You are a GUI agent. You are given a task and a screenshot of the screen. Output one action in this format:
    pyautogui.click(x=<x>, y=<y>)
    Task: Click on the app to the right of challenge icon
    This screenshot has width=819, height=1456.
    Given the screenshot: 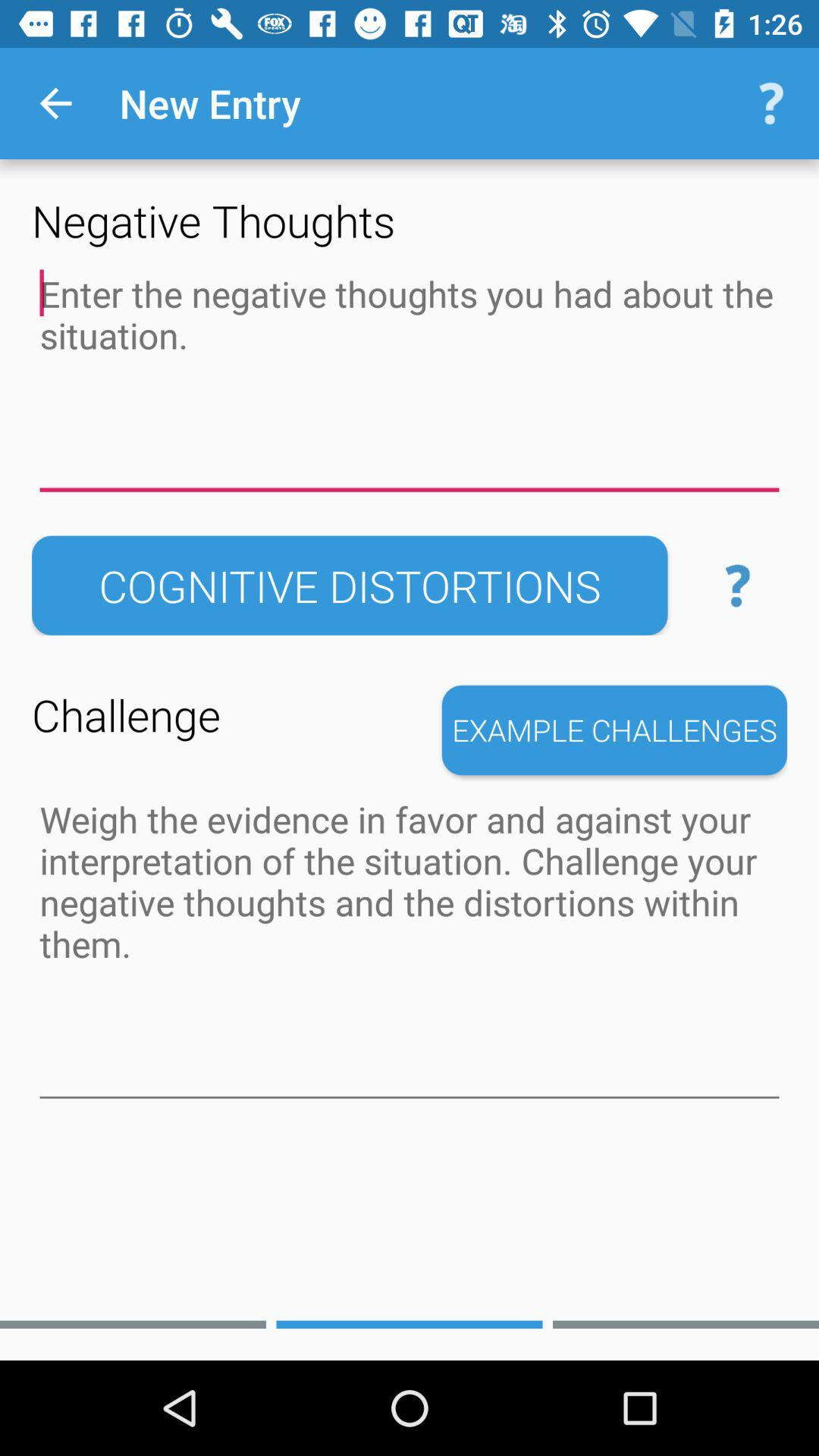 What is the action you would take?
    pyautogui.click(x=614, y=730)
    